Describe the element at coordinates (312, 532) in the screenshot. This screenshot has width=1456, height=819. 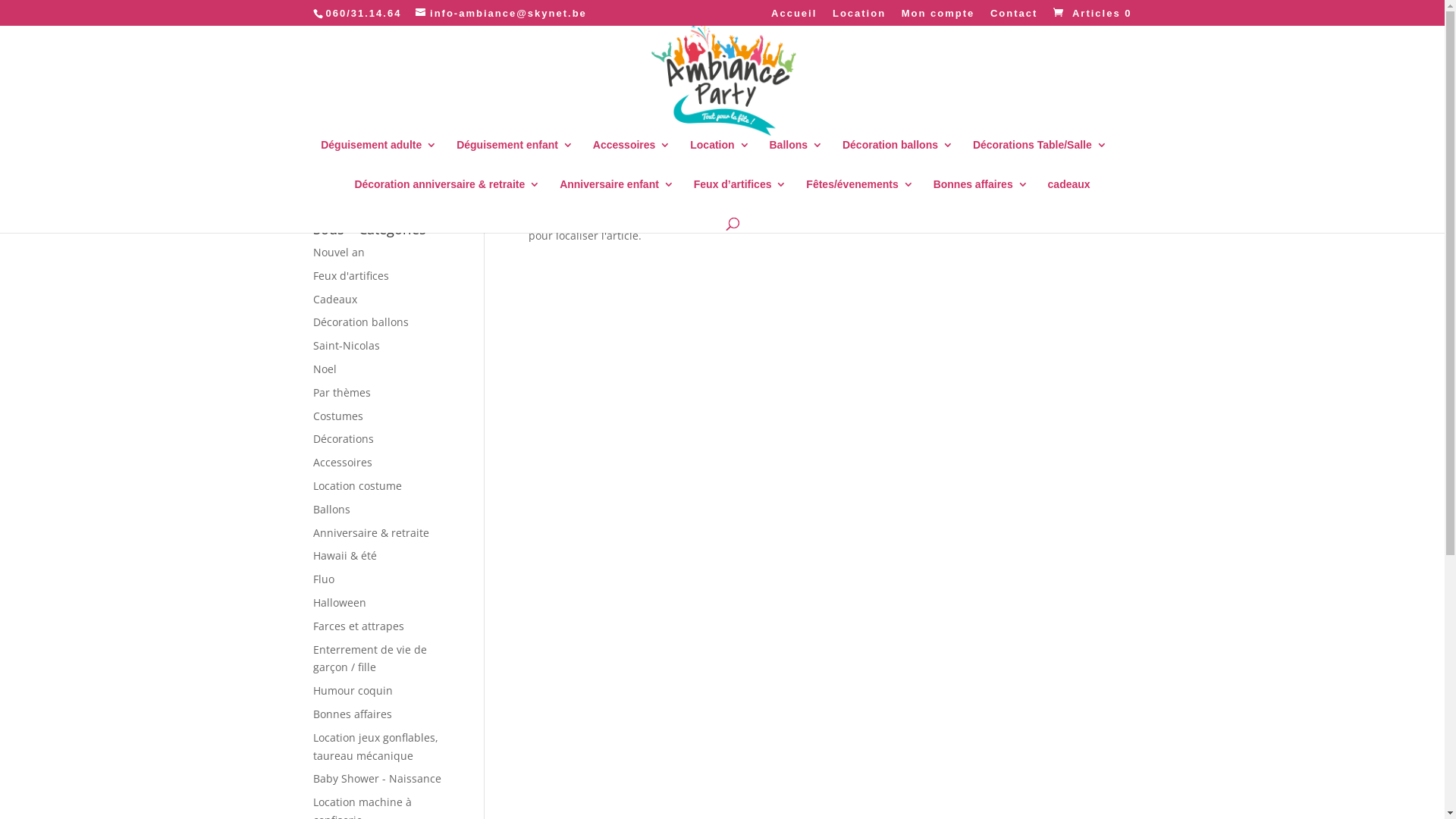
I see `'Anniversaire & retraite'` at that location.